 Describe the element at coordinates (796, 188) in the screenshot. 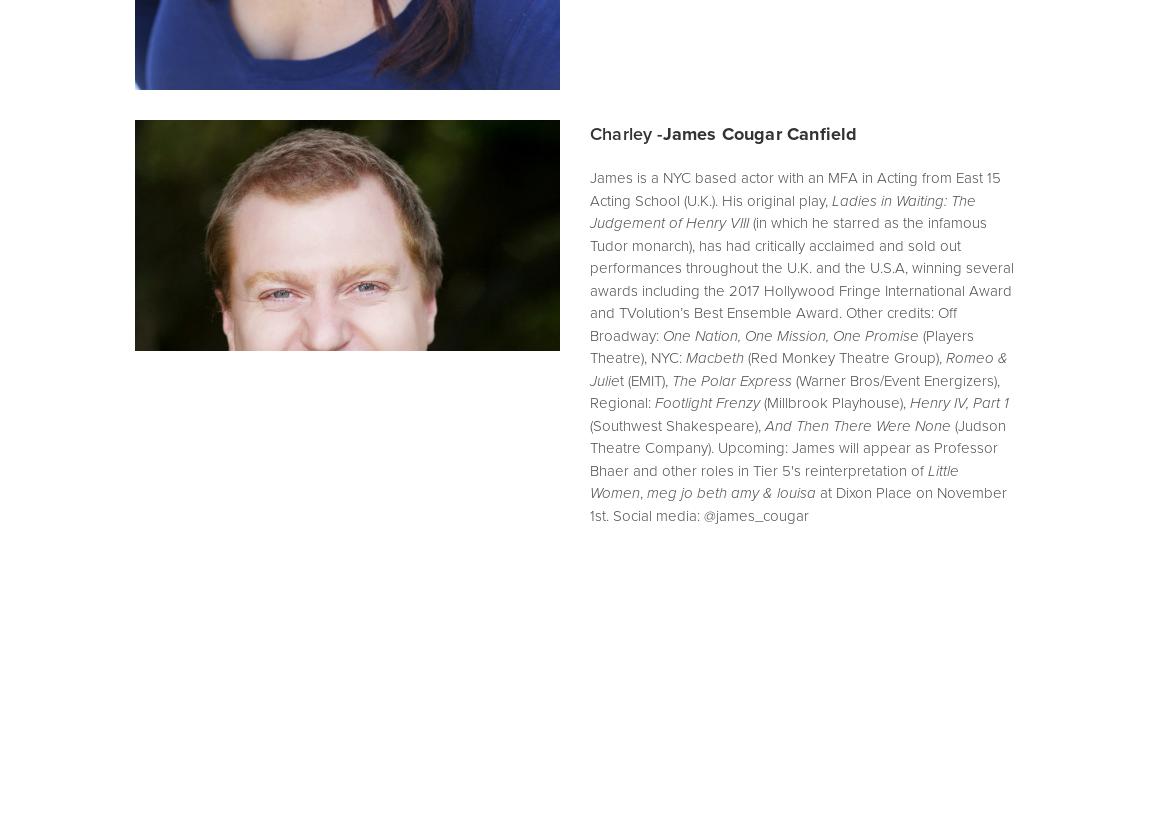

I see `'James is a NYC based actor with an MFA in Acting from East 15 Acting School (U.K.). His original play,'` at that location.